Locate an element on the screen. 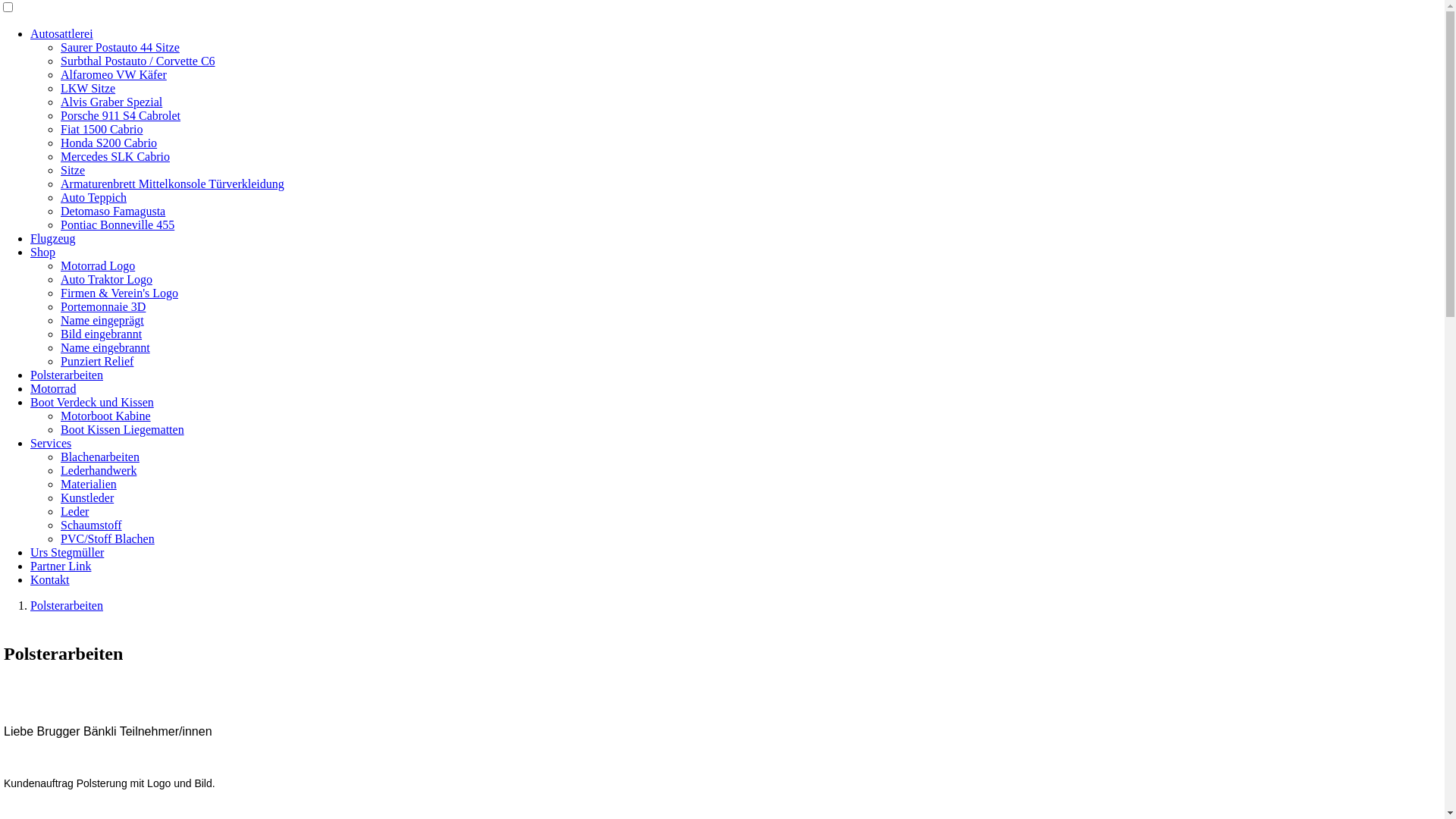  'Porsche 911 S4 Cabrolet' is located at coordinates (119, 115).